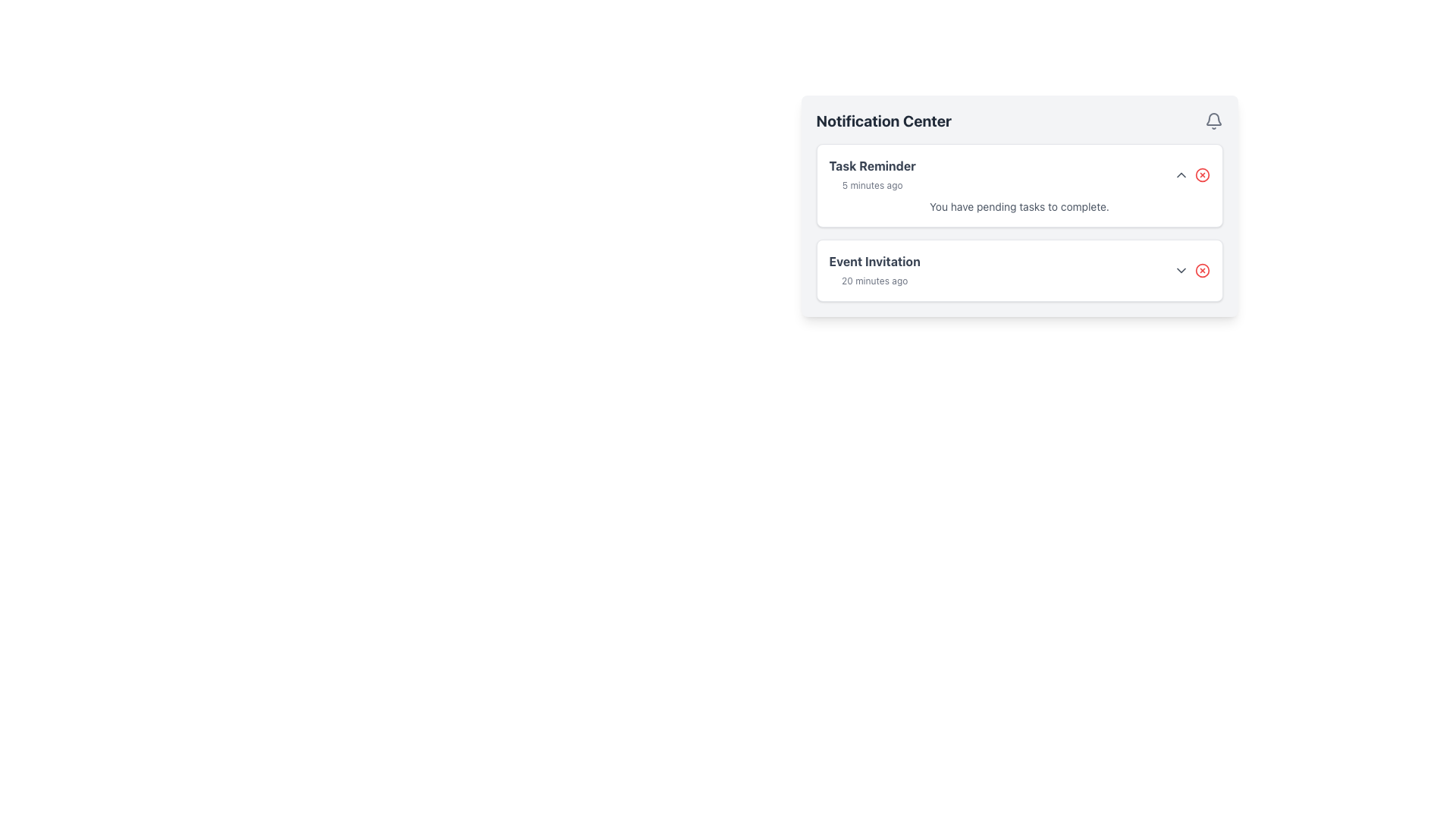  Describe the element at coordinates (874, 281) in the screenshot. I see `the text label displaying '20 minutes ago' located in the 'Notification Center' panel under 'Event Invitation'` at that location.